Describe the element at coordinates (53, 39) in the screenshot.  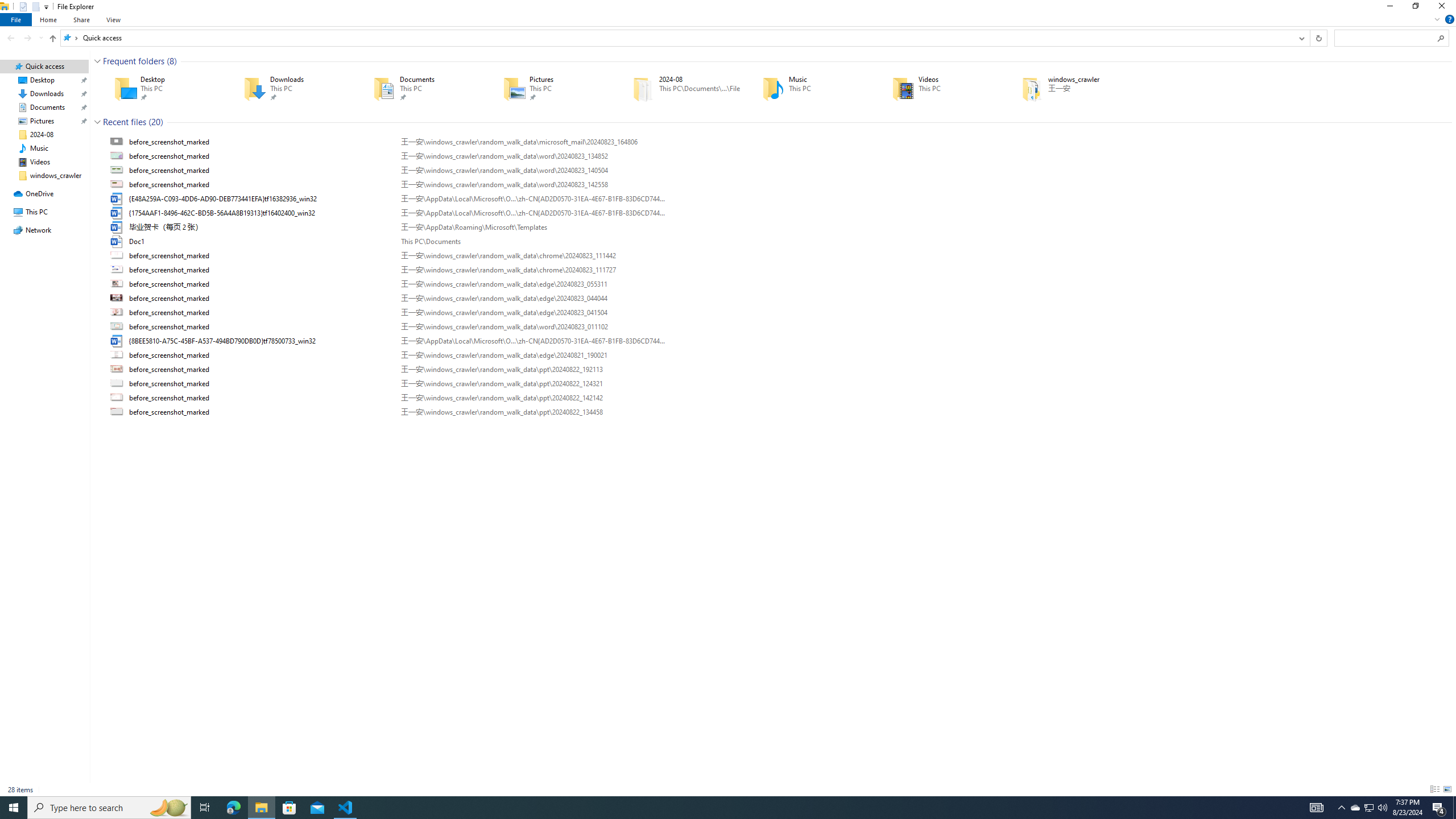
I see `'Up to "Desktop" (Alt + Up Arrow)'` at that location.